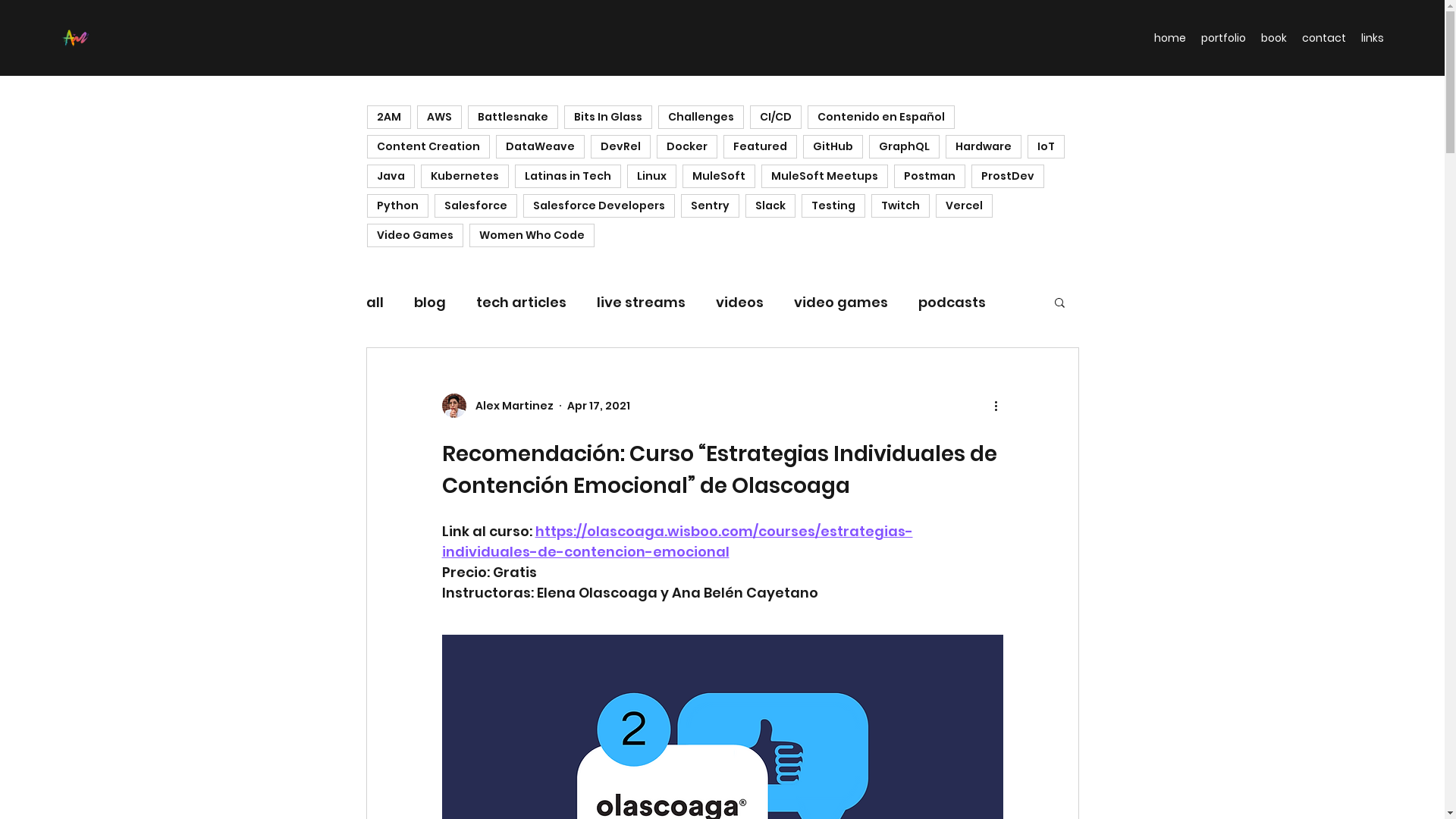 Image resolution: width=1456 pixels, height=819 pixels. Describe the element at coordinates (831, 146) in the screenshot. I see `'GitHub'` at that location.